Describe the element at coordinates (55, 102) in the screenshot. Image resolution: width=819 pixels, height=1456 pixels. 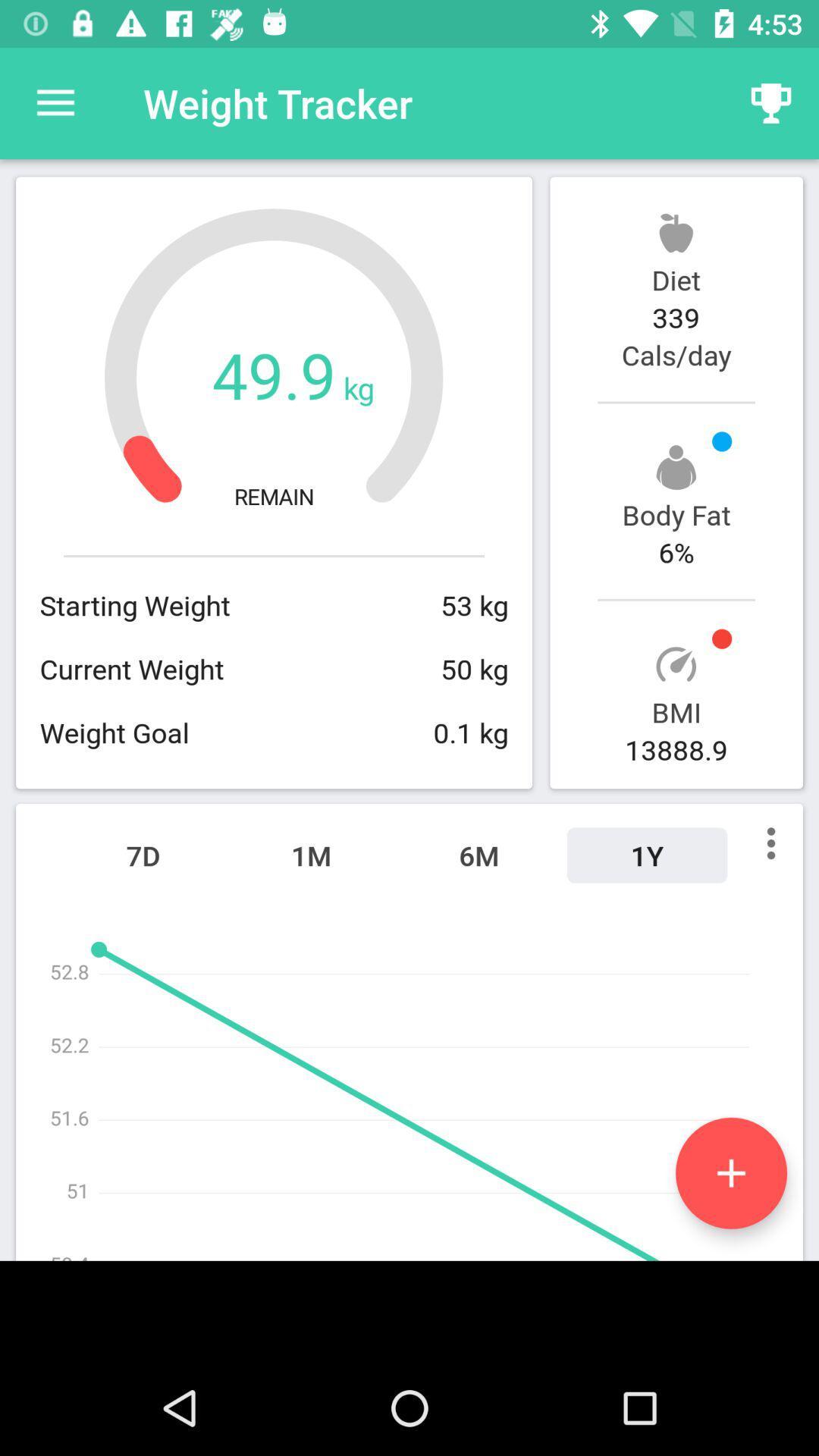
I see `the item at the top left corner` at that location.